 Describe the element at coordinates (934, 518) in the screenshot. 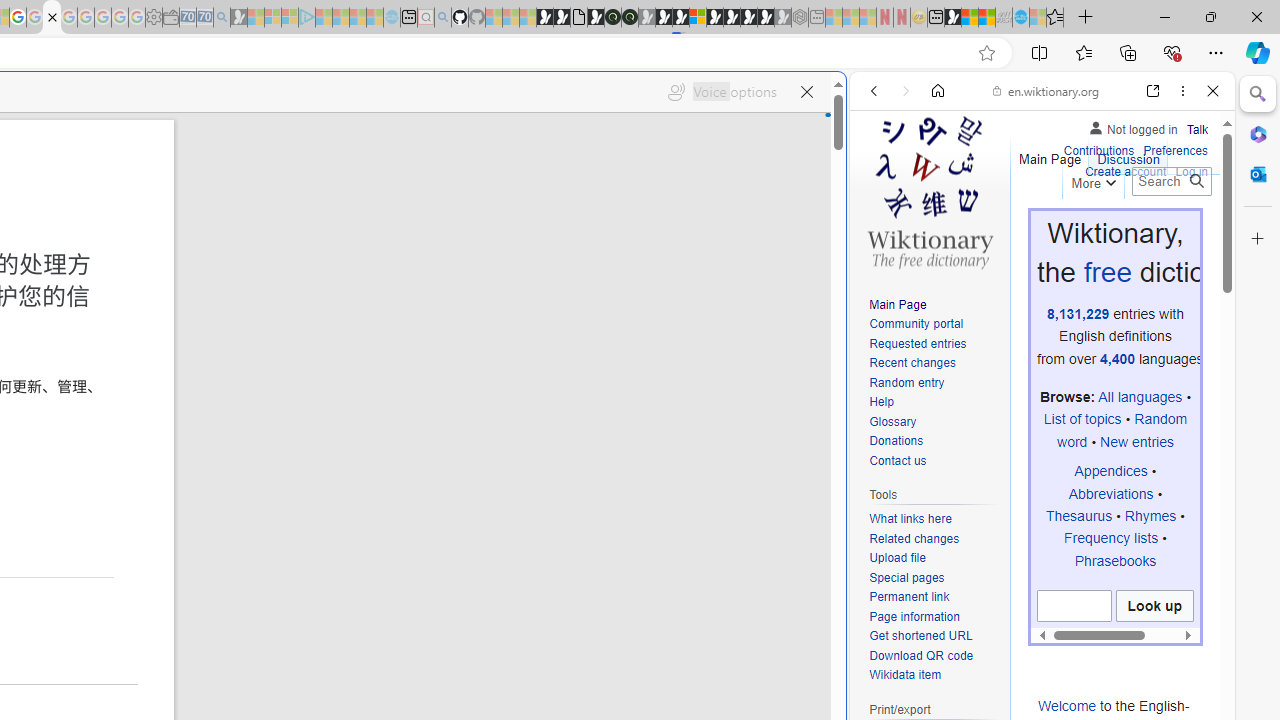

I see `'What links here'` at that location.